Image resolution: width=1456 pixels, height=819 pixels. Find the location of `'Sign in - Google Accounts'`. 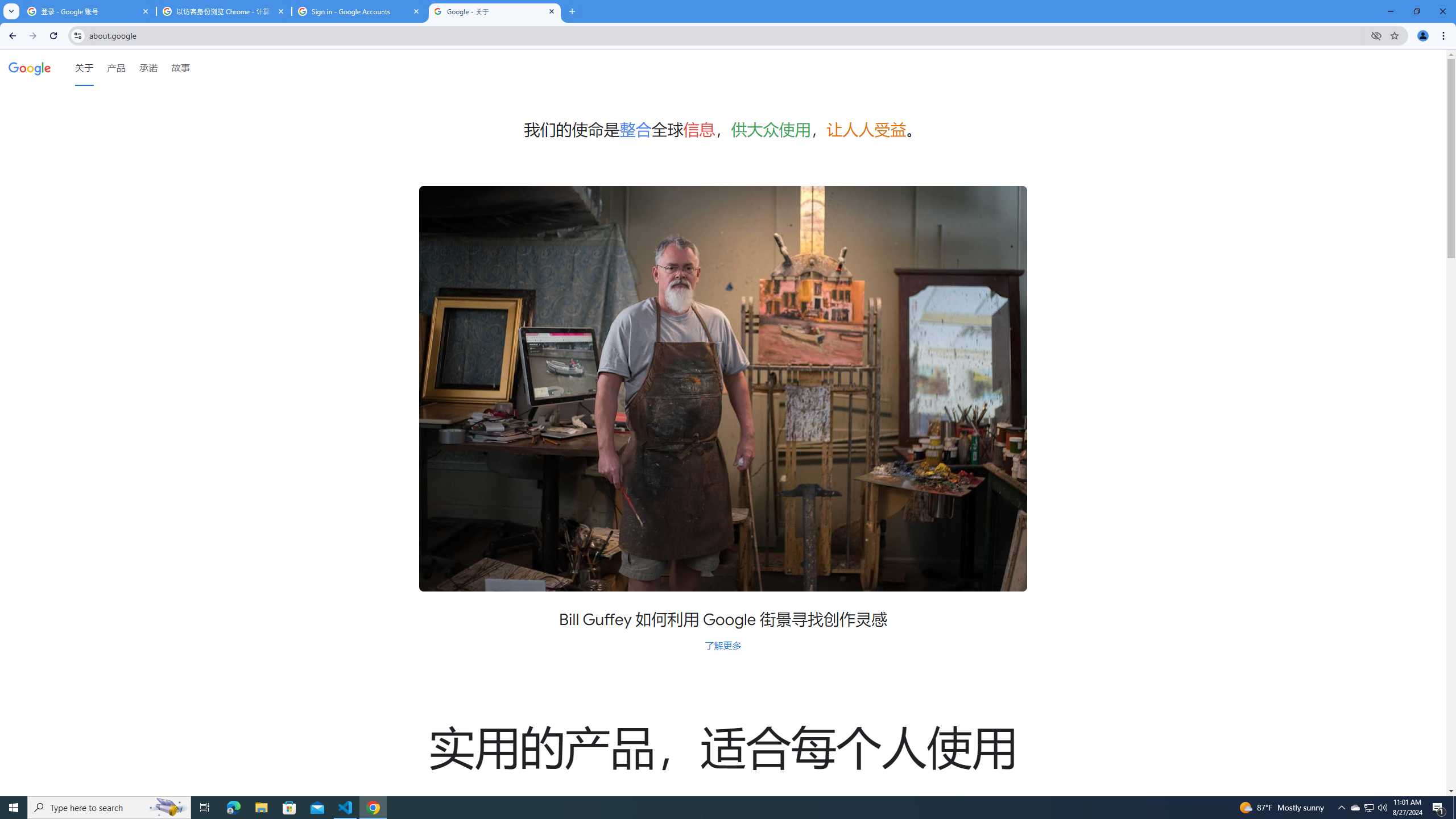

'Sign in - Google Accounts' is located at coordinates (359, 11).